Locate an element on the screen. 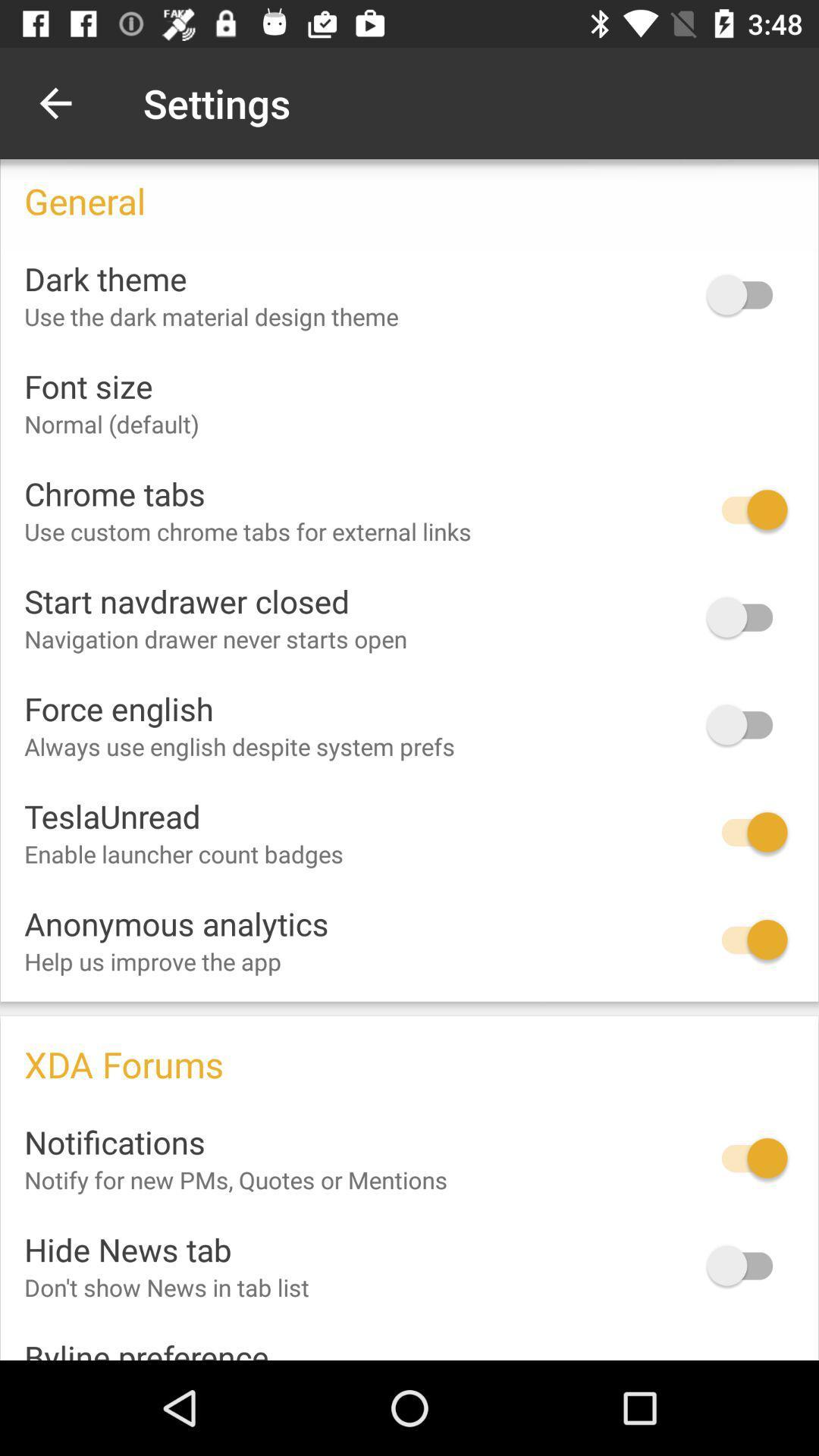  switch the notification option is located at coordinates (746, 1157).